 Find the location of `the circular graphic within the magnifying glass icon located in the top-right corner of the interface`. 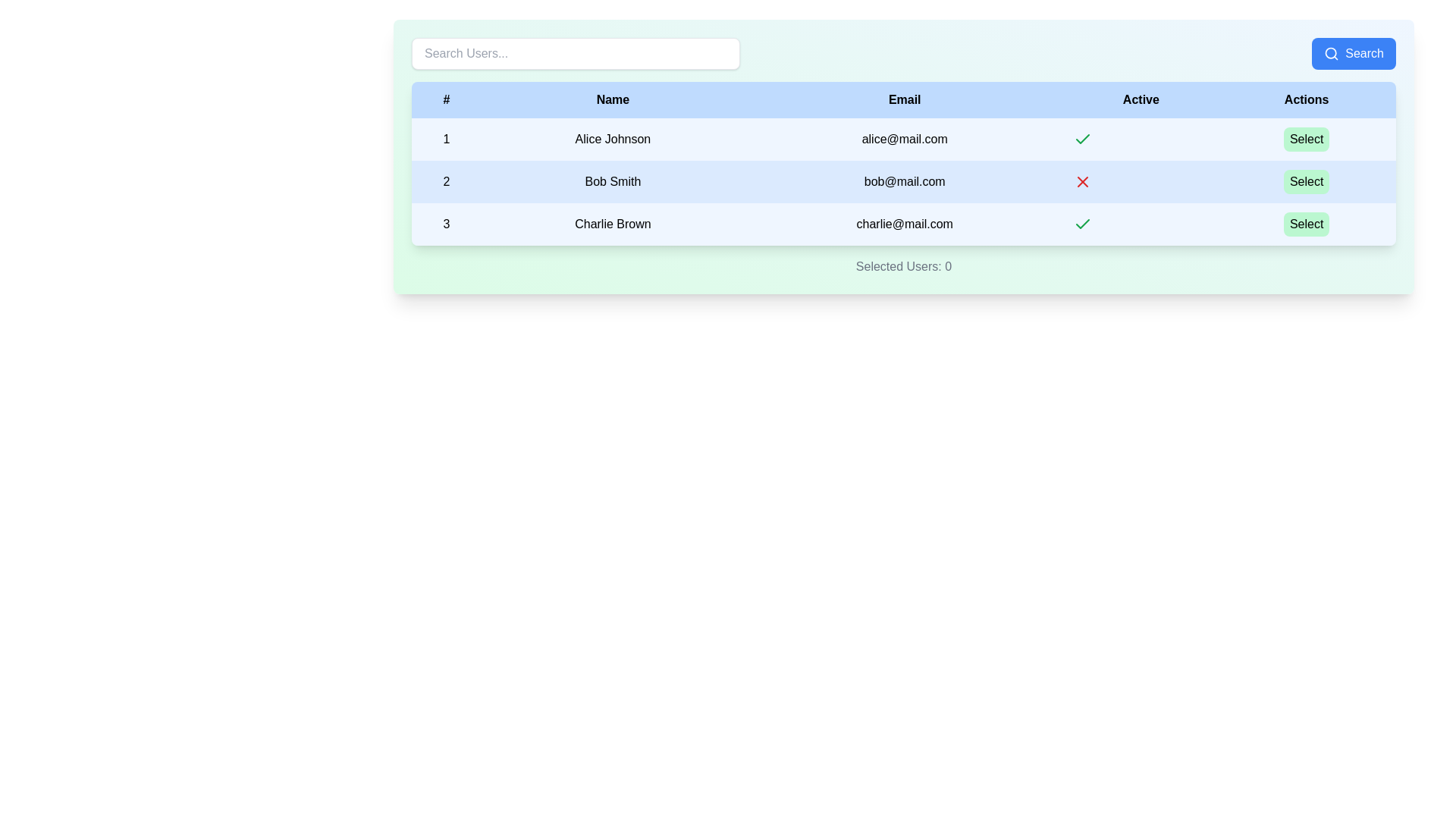

the circular graphic within the magnifying glass icon located in the top-right corner of the interface is located at coordinates (1330, 52).